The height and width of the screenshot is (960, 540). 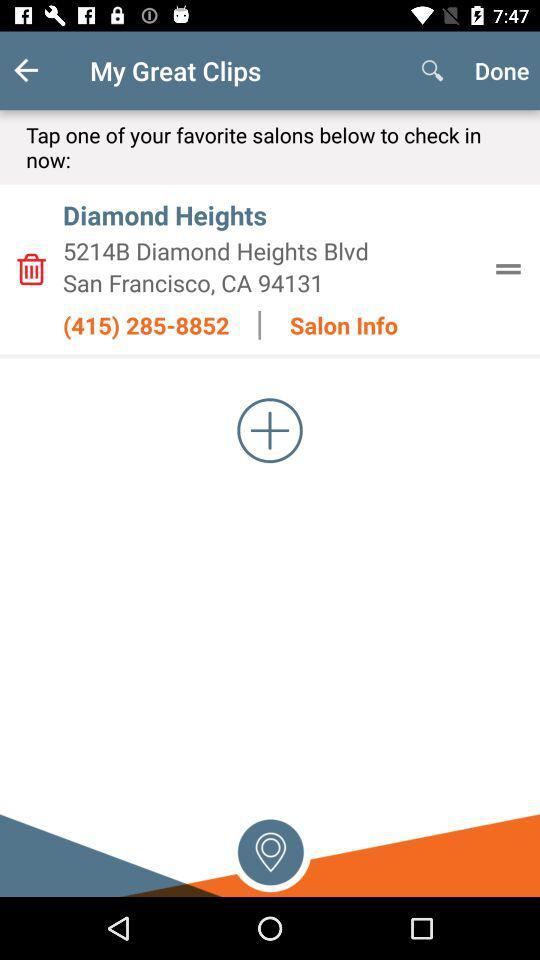 What do you see at coordinates (270, 430) in the screenshot?
I see `more` at bounding box center [270, 430].